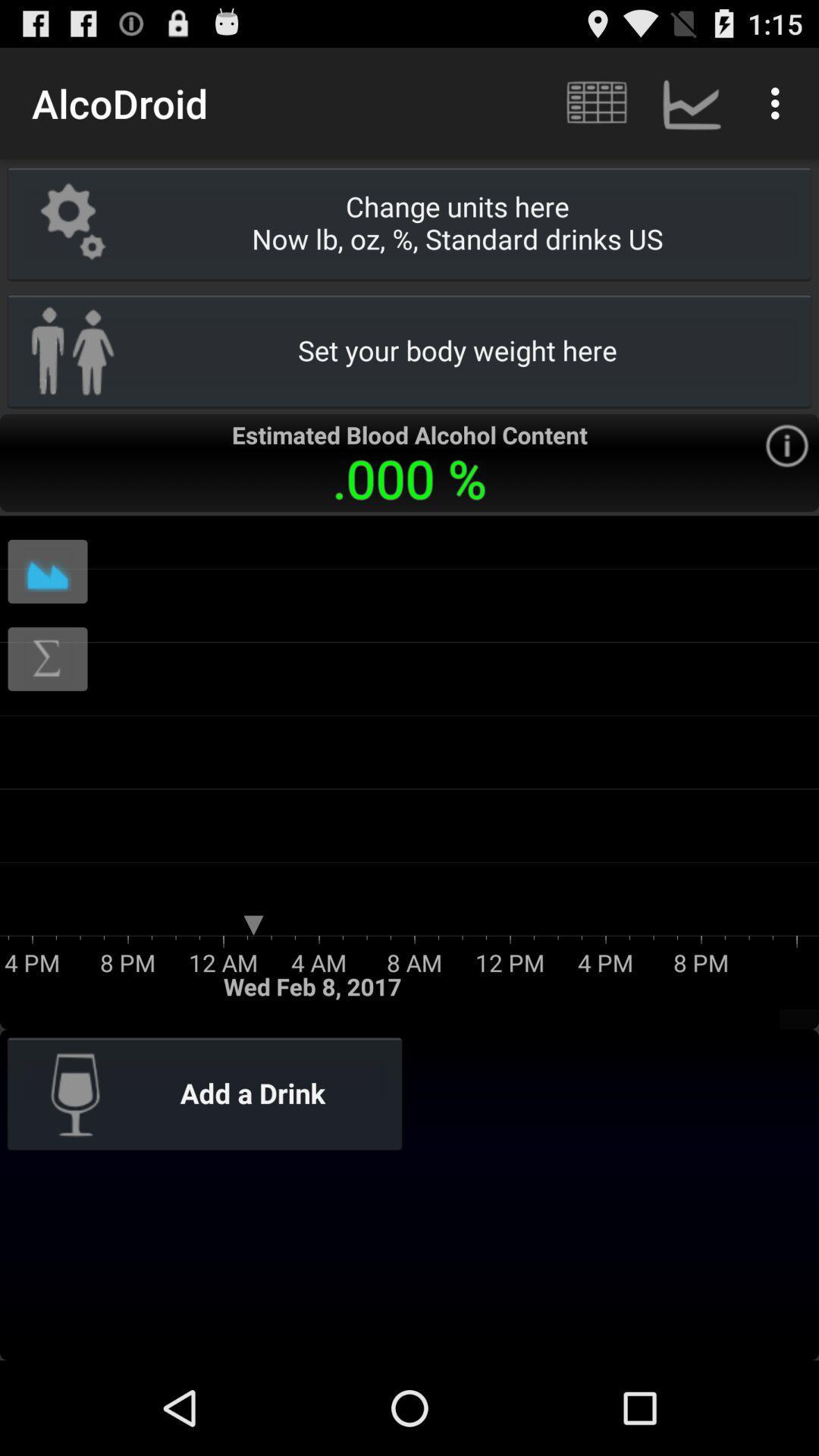 This screenshot has width=819, height=1456. Describe the element at coordinates (786, 445) in the screenshot. I see `the icon to the right side of 000` at that location.